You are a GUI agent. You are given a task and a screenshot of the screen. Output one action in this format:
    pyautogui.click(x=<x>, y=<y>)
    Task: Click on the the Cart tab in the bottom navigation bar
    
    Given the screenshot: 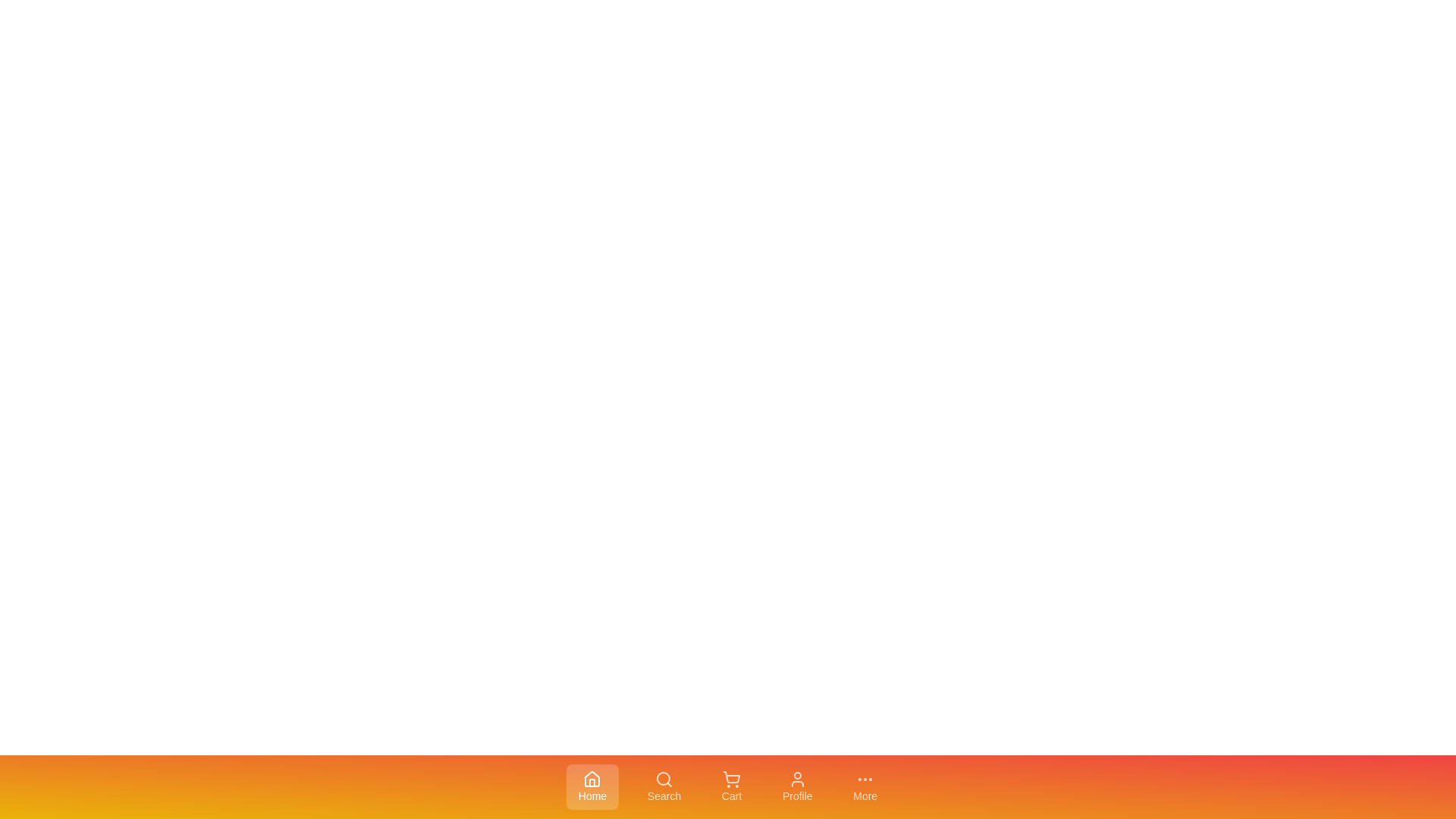 What is the action you would take?
    pyautogui.click(x=731, y=786)
    